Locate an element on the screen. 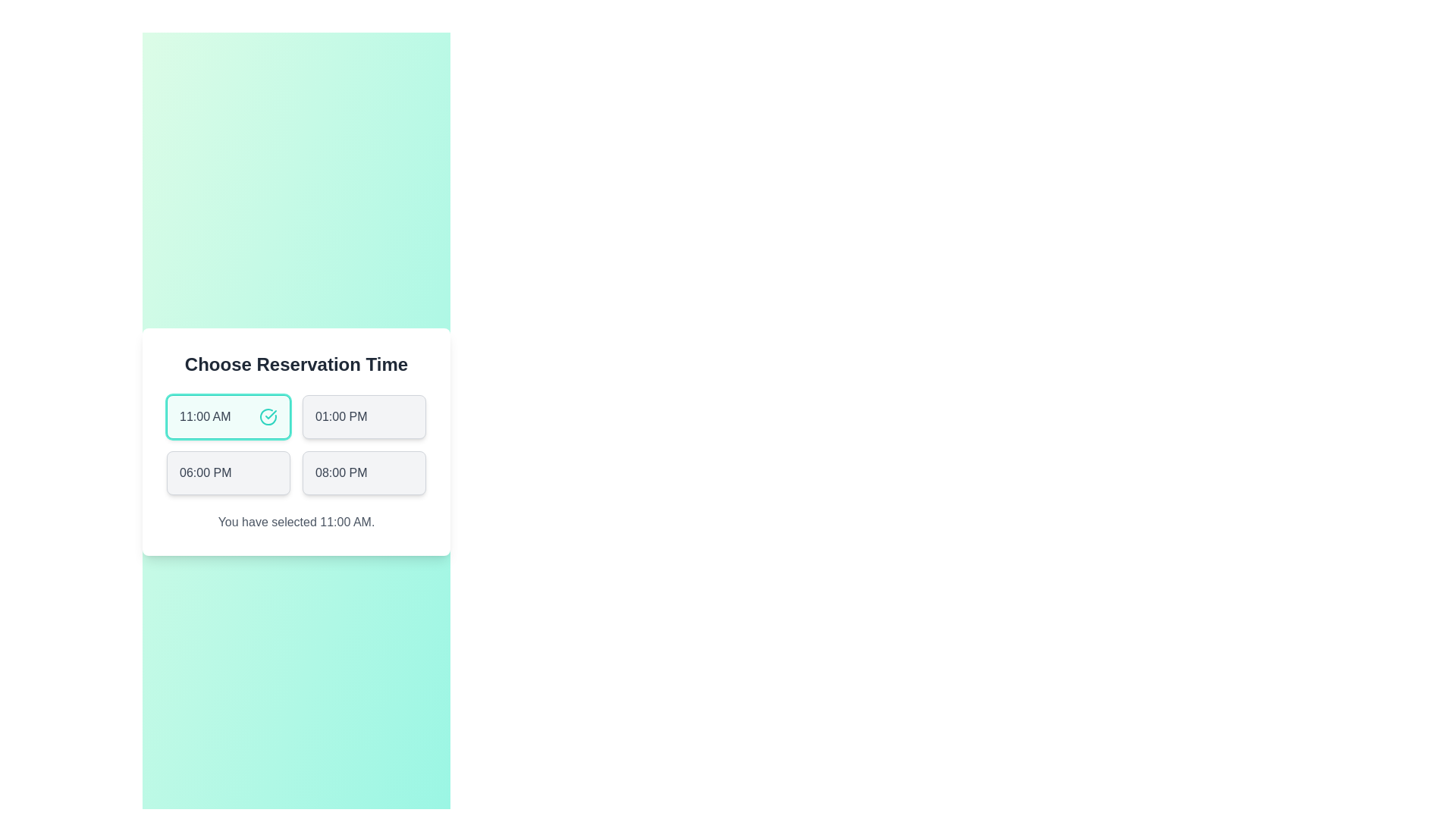  displayed time from the button labeled '08:00 PM', which is located in the bottom-right area of a grid of time options is located at coordinates (340, 472).